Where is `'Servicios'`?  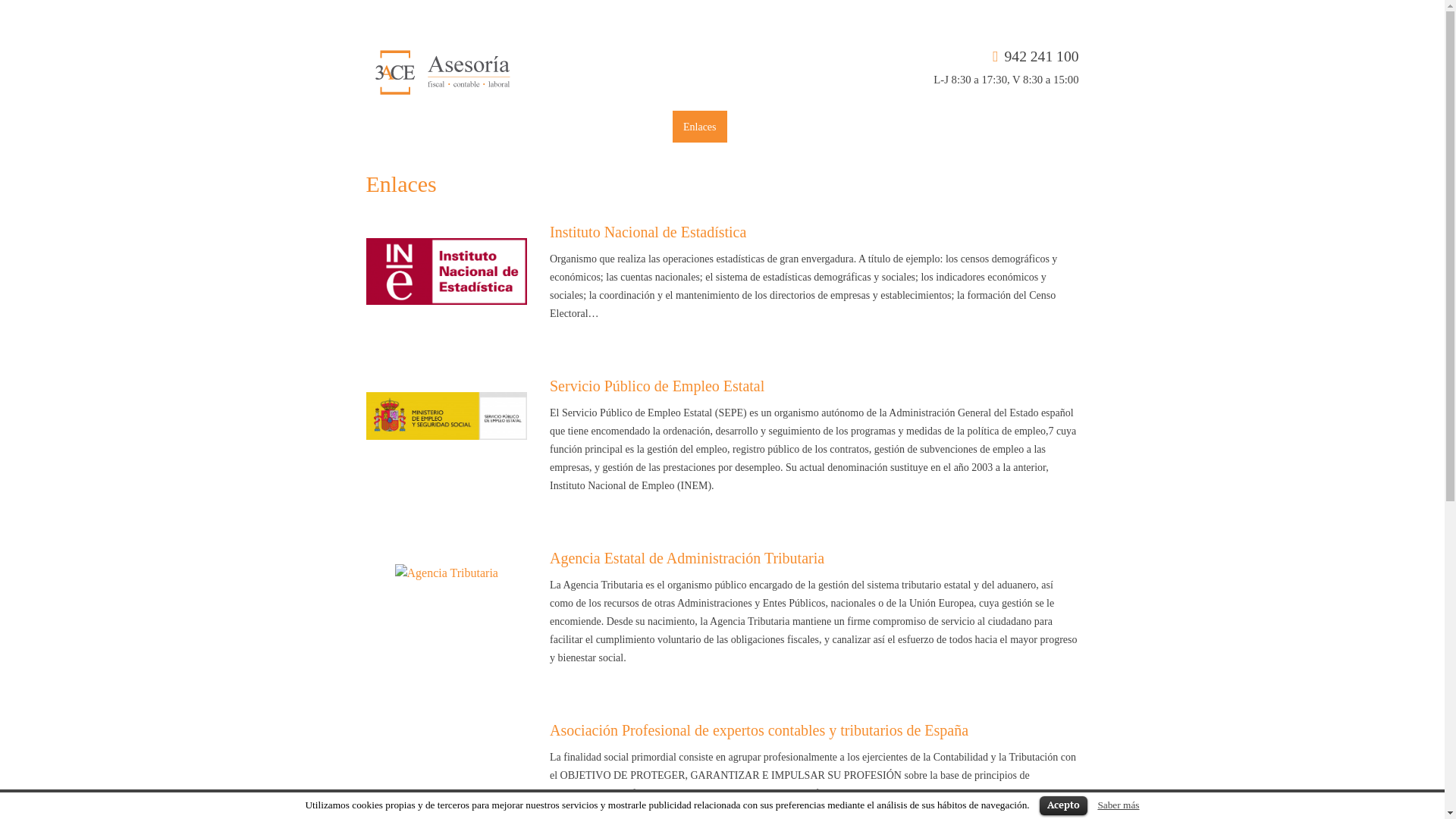 'Servicios' is located at coordinates (497, 125).